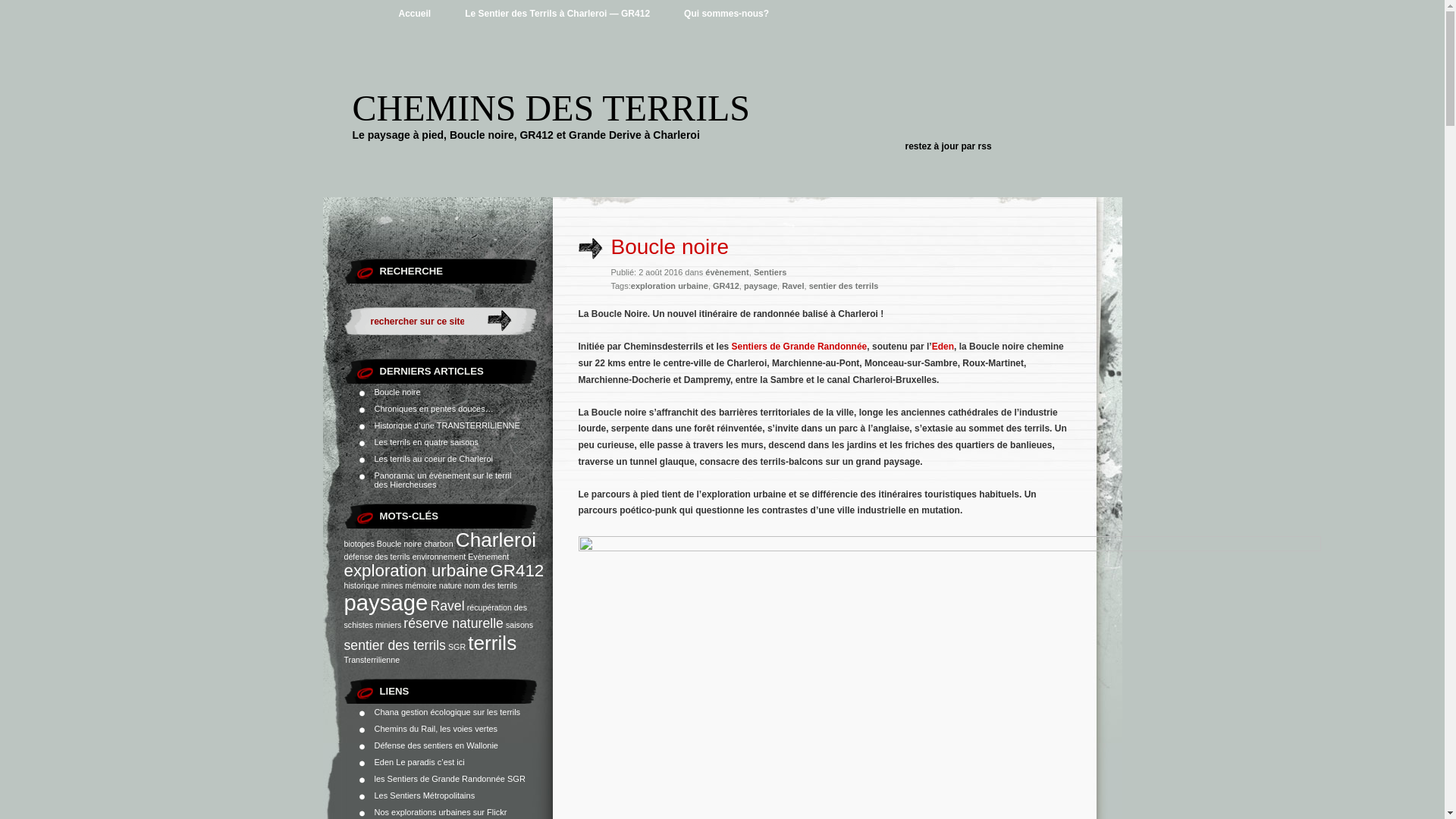 Image resolution: width=1456 pixels, height=819 pixels. Describe the element at coordinates (375, 458) in the screenshot. I see `'Les terrils au coeur de Charleroi'` at that location.